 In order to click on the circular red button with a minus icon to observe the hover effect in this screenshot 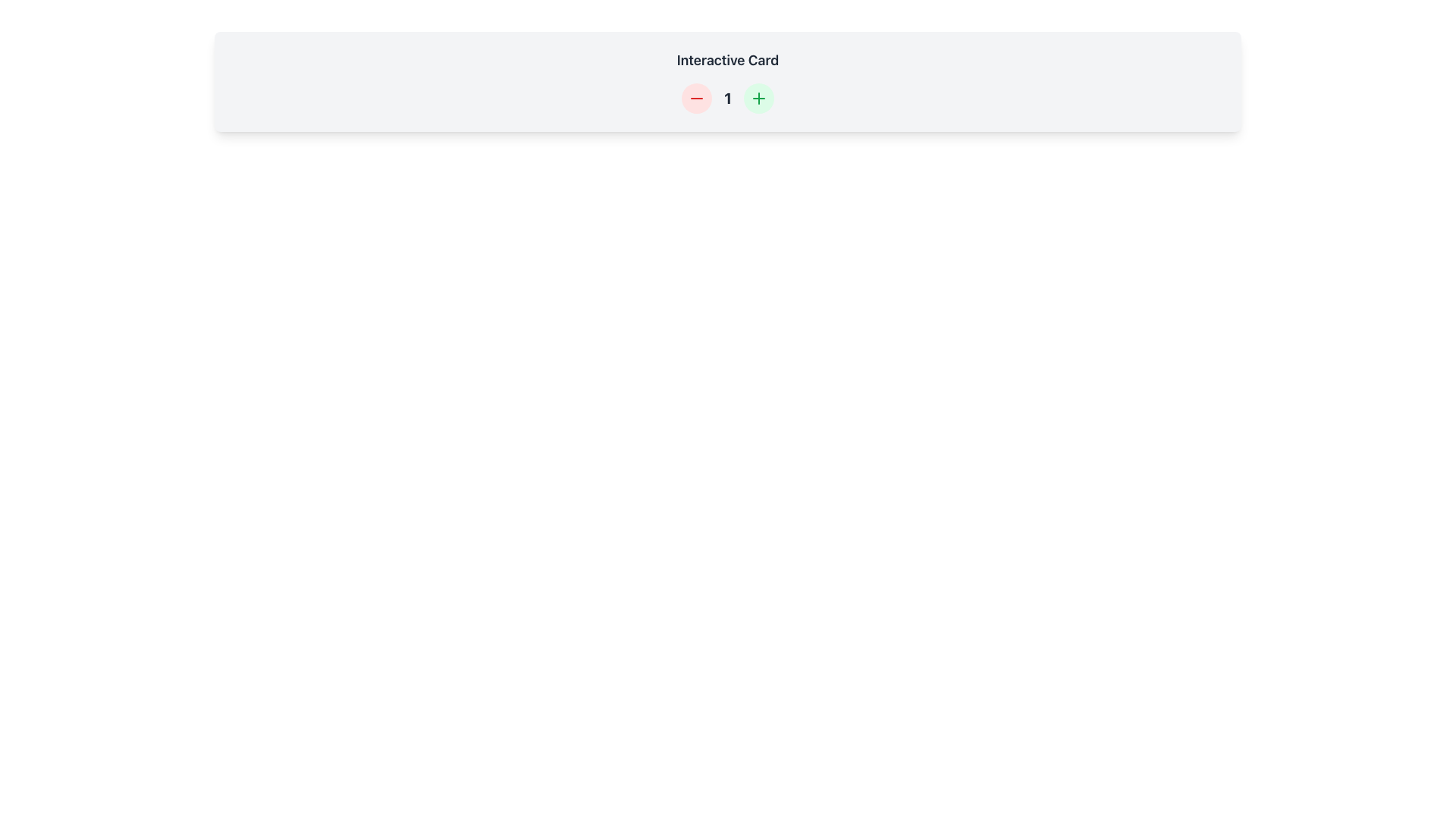, I will do `click(696, 99)`.